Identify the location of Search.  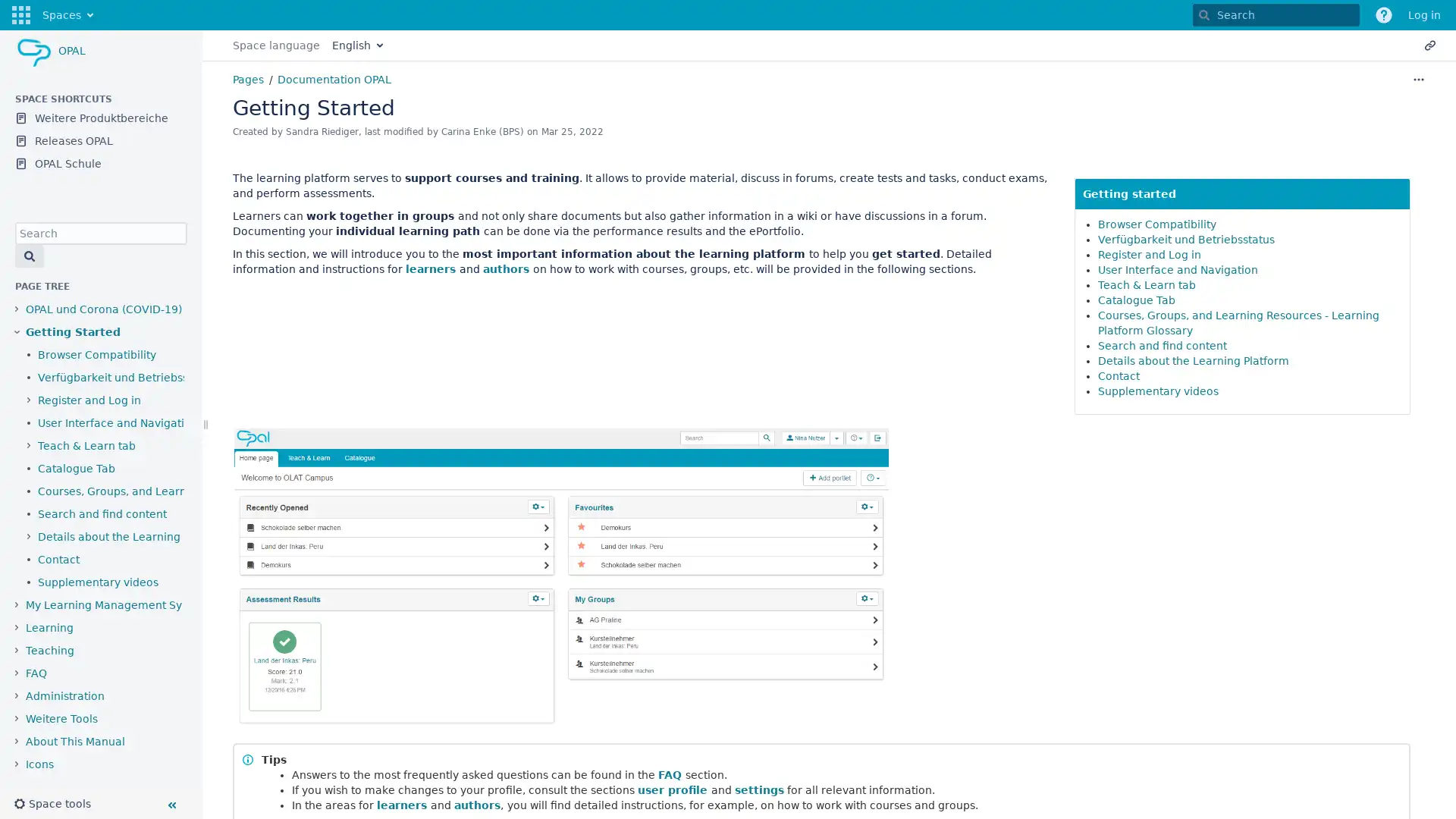
(29, 256).